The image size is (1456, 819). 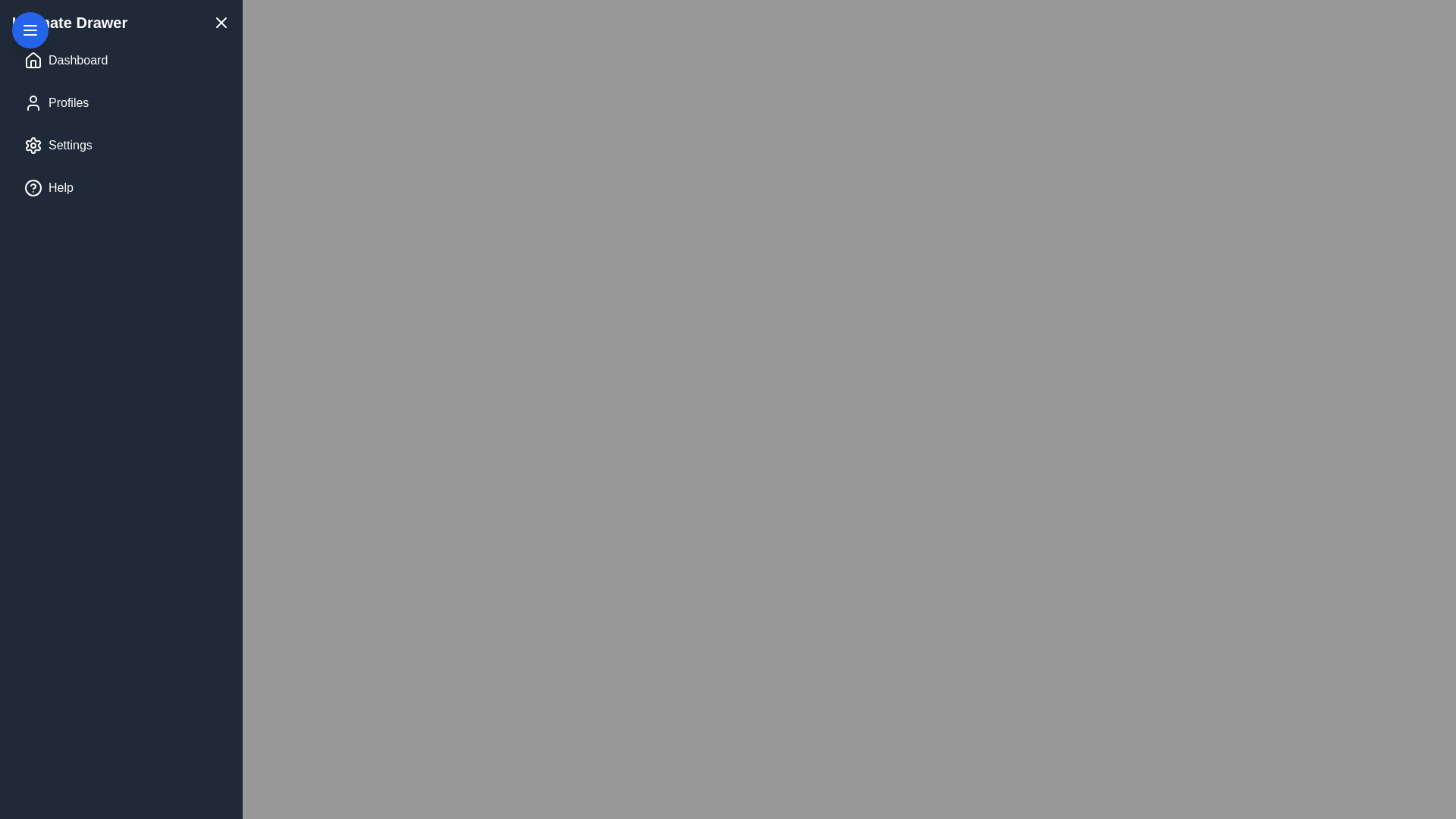 I want to click on the 'Dashboard' icon located in the left side navigation bar, so click(x=33, y=60).